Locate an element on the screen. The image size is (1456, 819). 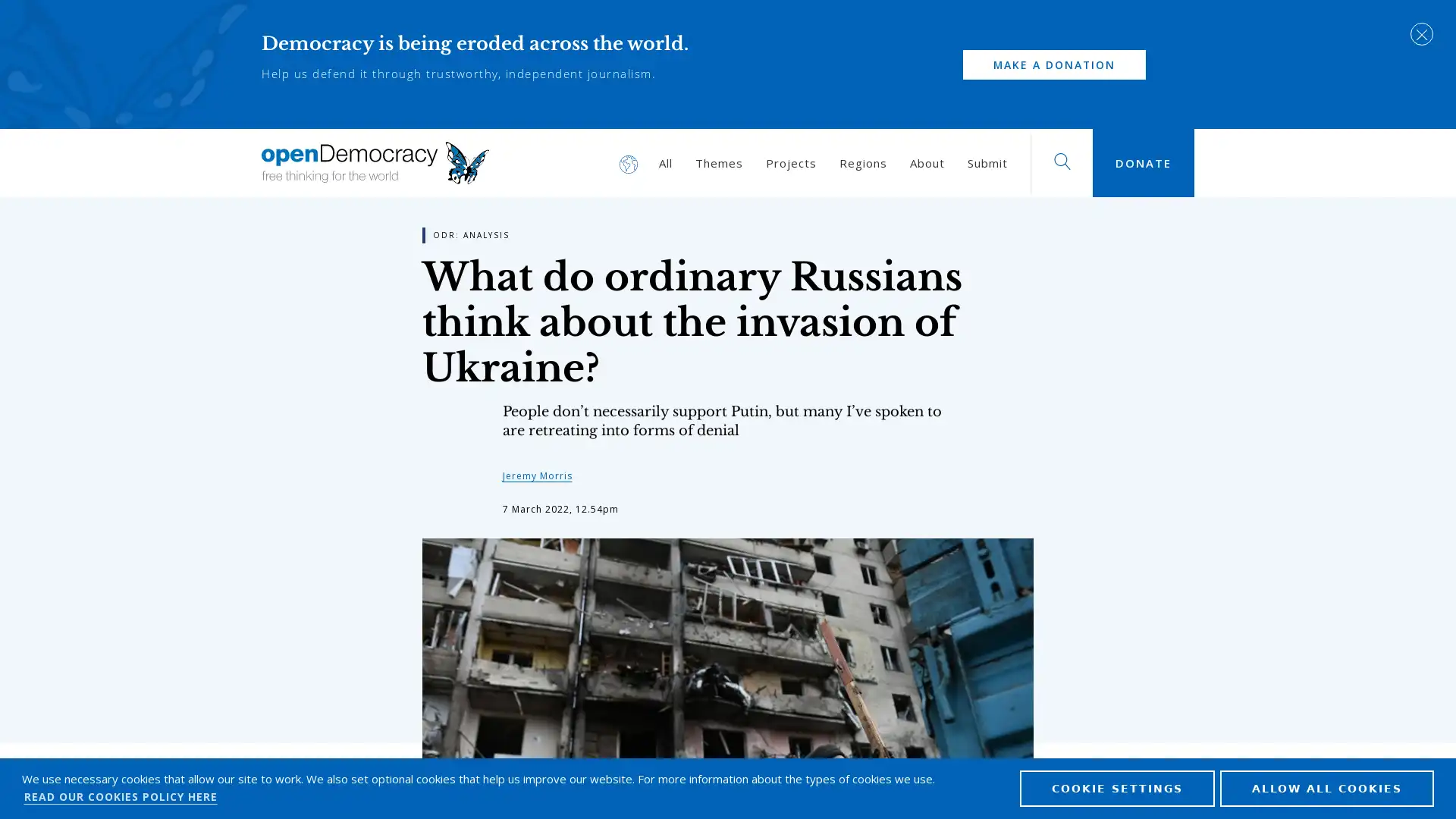
cookie settings is located at coordinates (1117, 786).